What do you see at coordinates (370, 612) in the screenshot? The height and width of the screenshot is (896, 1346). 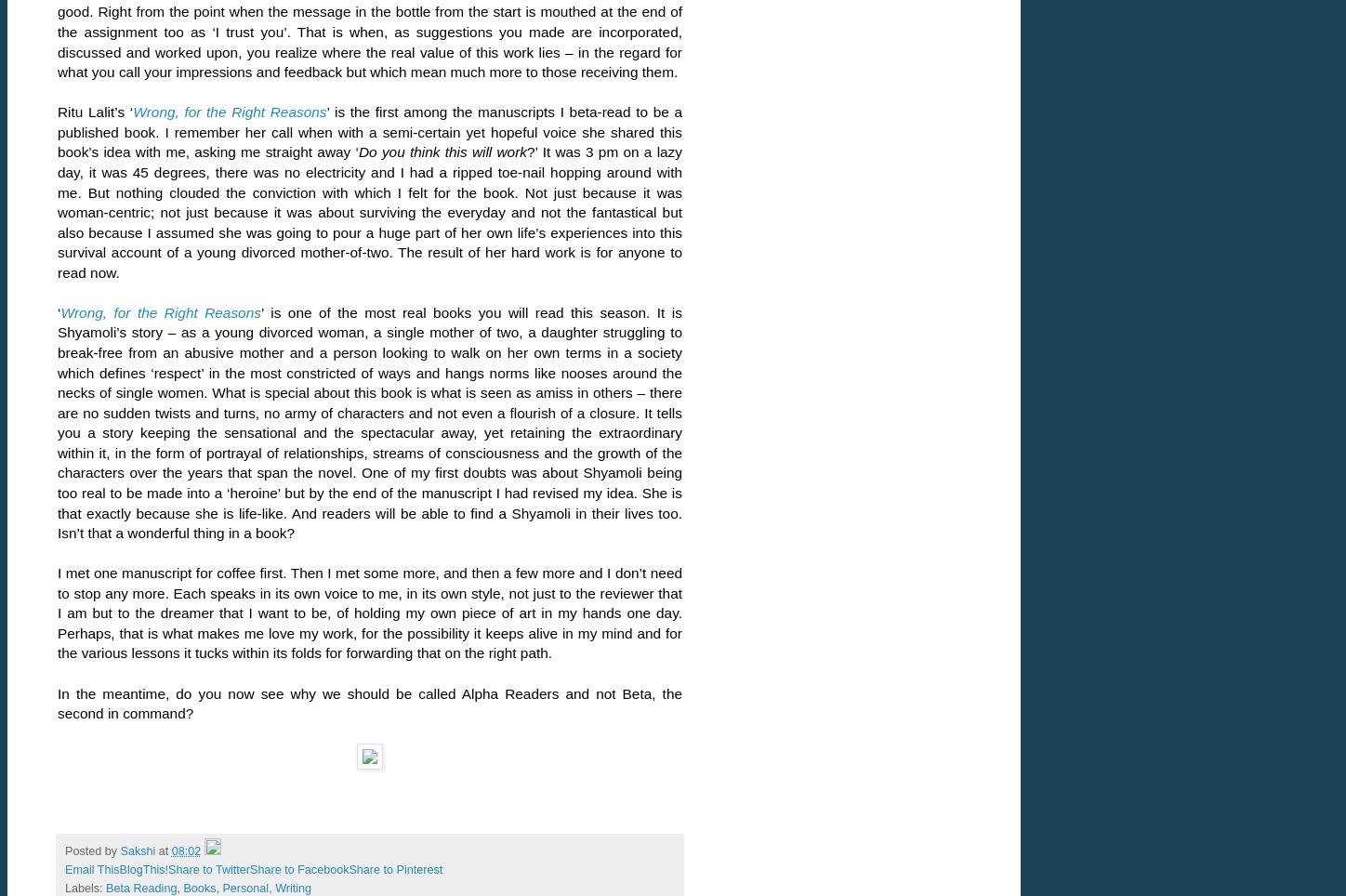 I see `'I met one manuscript for coffee first. Then I met some more, and then a few more and I don’t need to stop any more. Each speaks in its own voice to me, in its own style, not just to the reviewer that I am but to the dreamer that I want to be, of holding my own piece of art in my hands one day. Perhaps, that is what makes me love my work, for the possibility it keeps alive in my mind and for the various lessons it tucks within its folds for forwarding that on the right path.'` at bounding box center [370, 612].